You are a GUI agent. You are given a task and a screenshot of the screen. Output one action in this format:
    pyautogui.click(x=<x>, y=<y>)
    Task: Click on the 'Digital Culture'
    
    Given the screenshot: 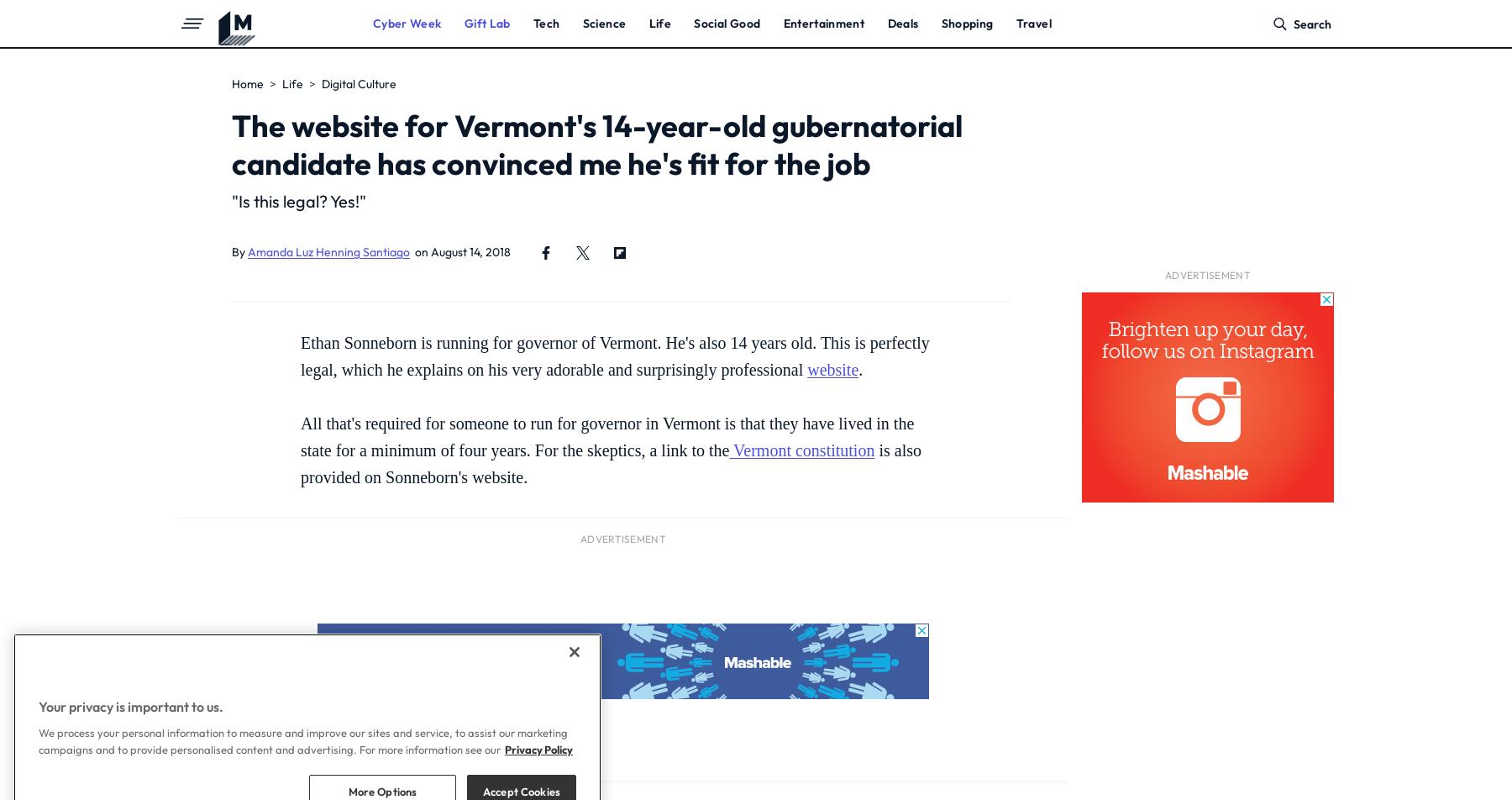 What is the action you would take?
    pyautogui.click(x=359, y=83)
    